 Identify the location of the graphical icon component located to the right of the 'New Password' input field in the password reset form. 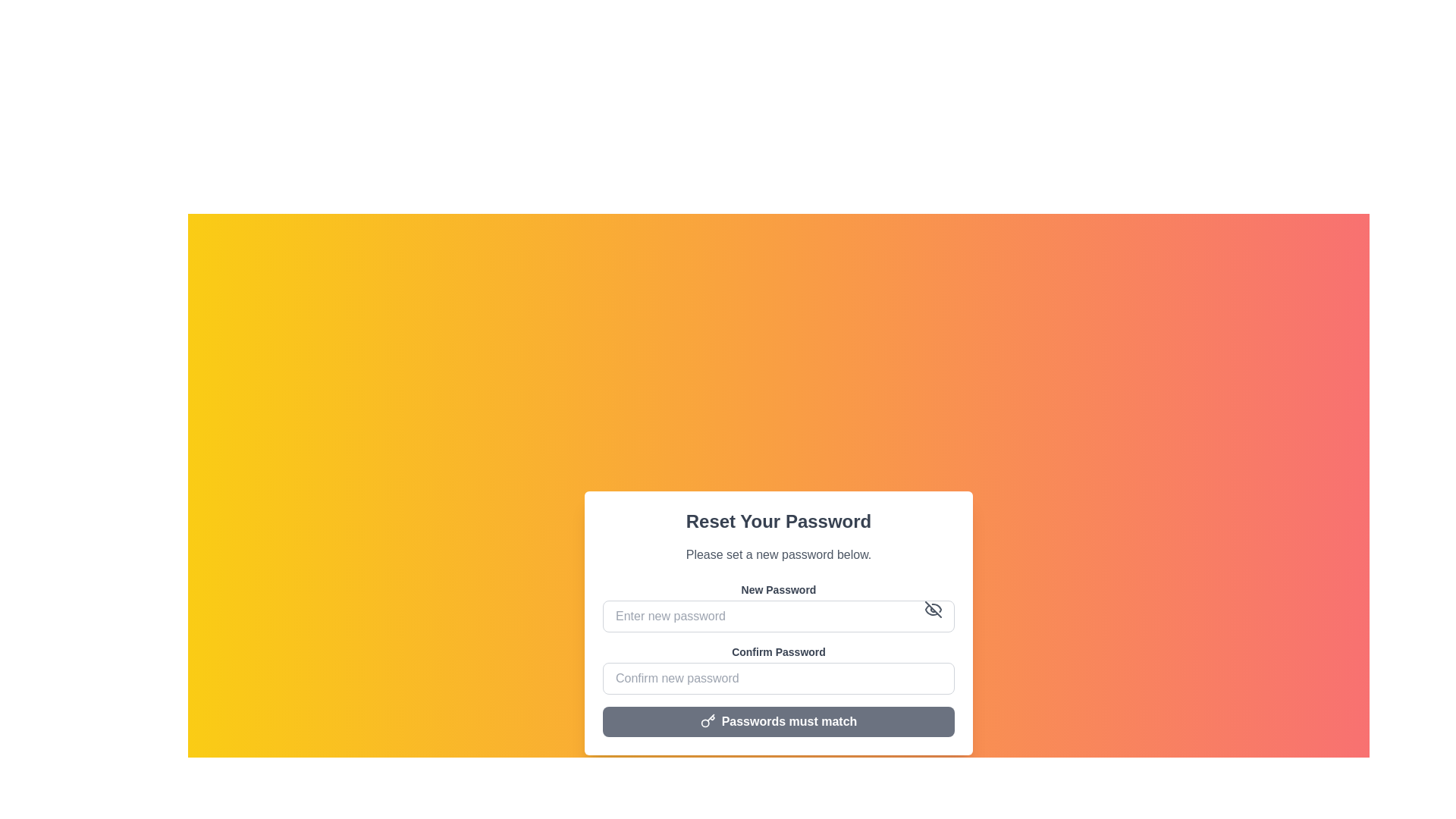
(932, 608).